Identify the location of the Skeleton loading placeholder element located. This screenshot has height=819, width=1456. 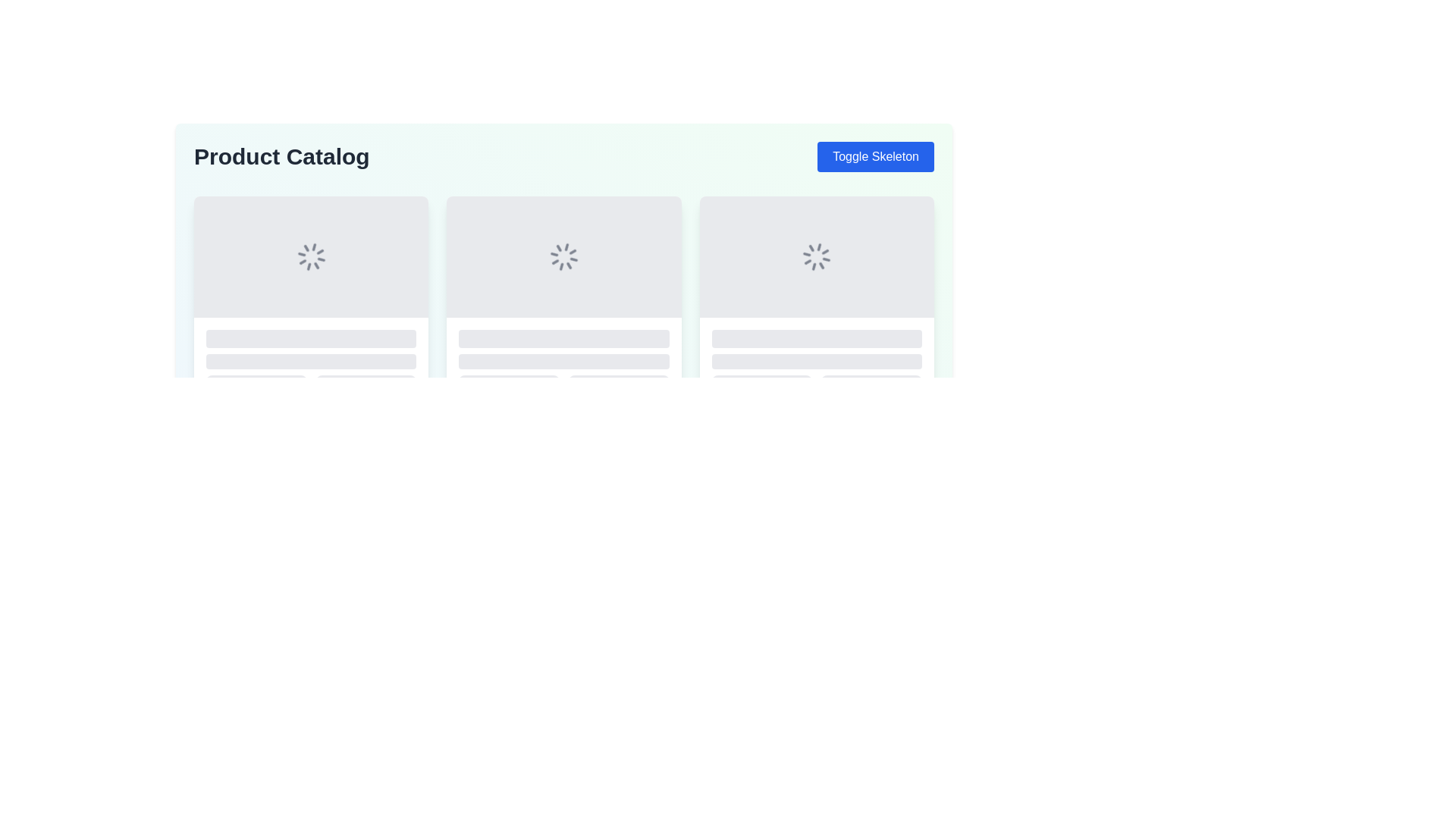
(761, 380).